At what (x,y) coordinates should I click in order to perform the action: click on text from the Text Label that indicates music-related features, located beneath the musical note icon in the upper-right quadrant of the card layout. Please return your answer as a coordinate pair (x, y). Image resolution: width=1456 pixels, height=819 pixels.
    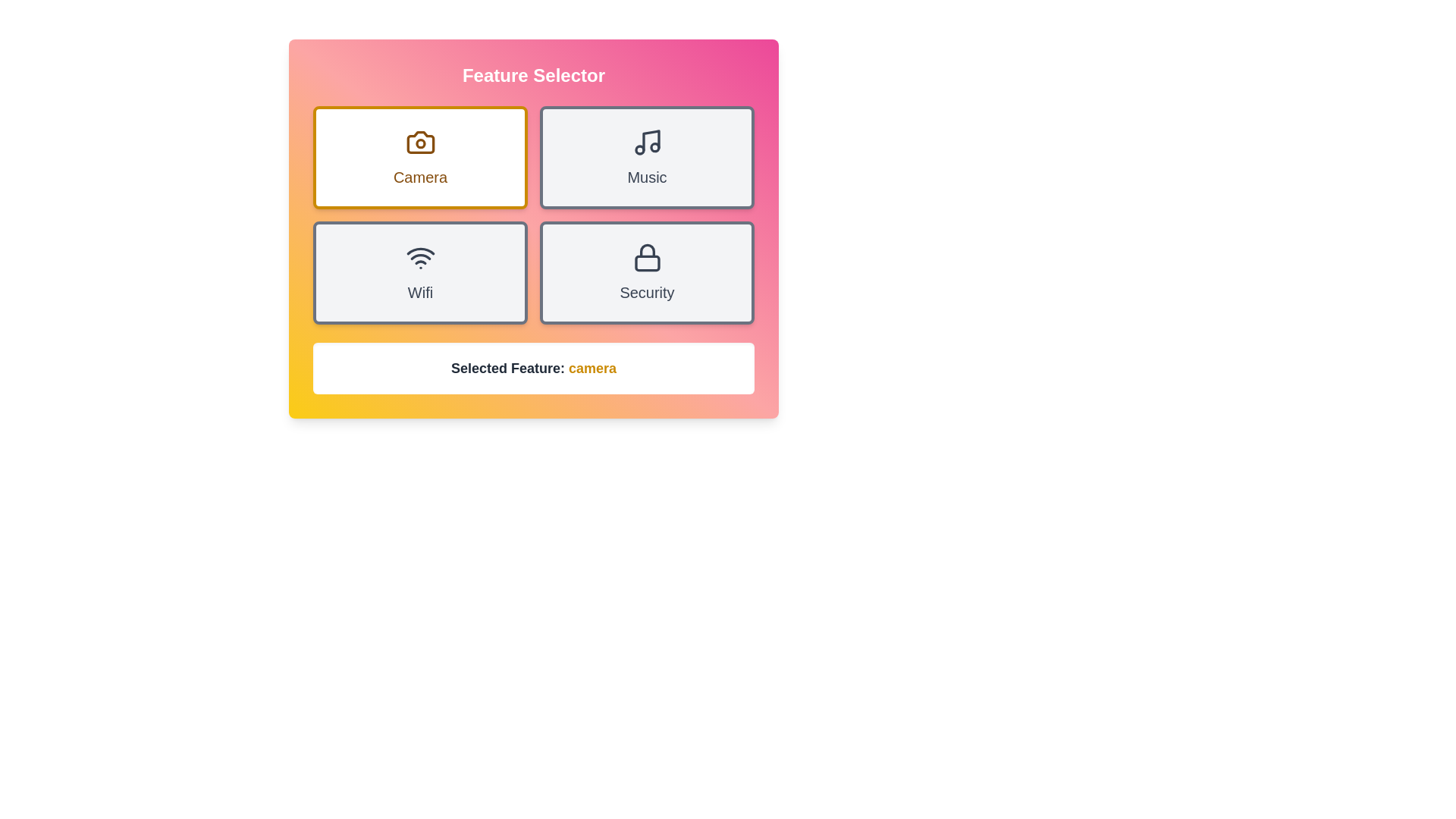
    Looking at the image, I should click on (647, 177).